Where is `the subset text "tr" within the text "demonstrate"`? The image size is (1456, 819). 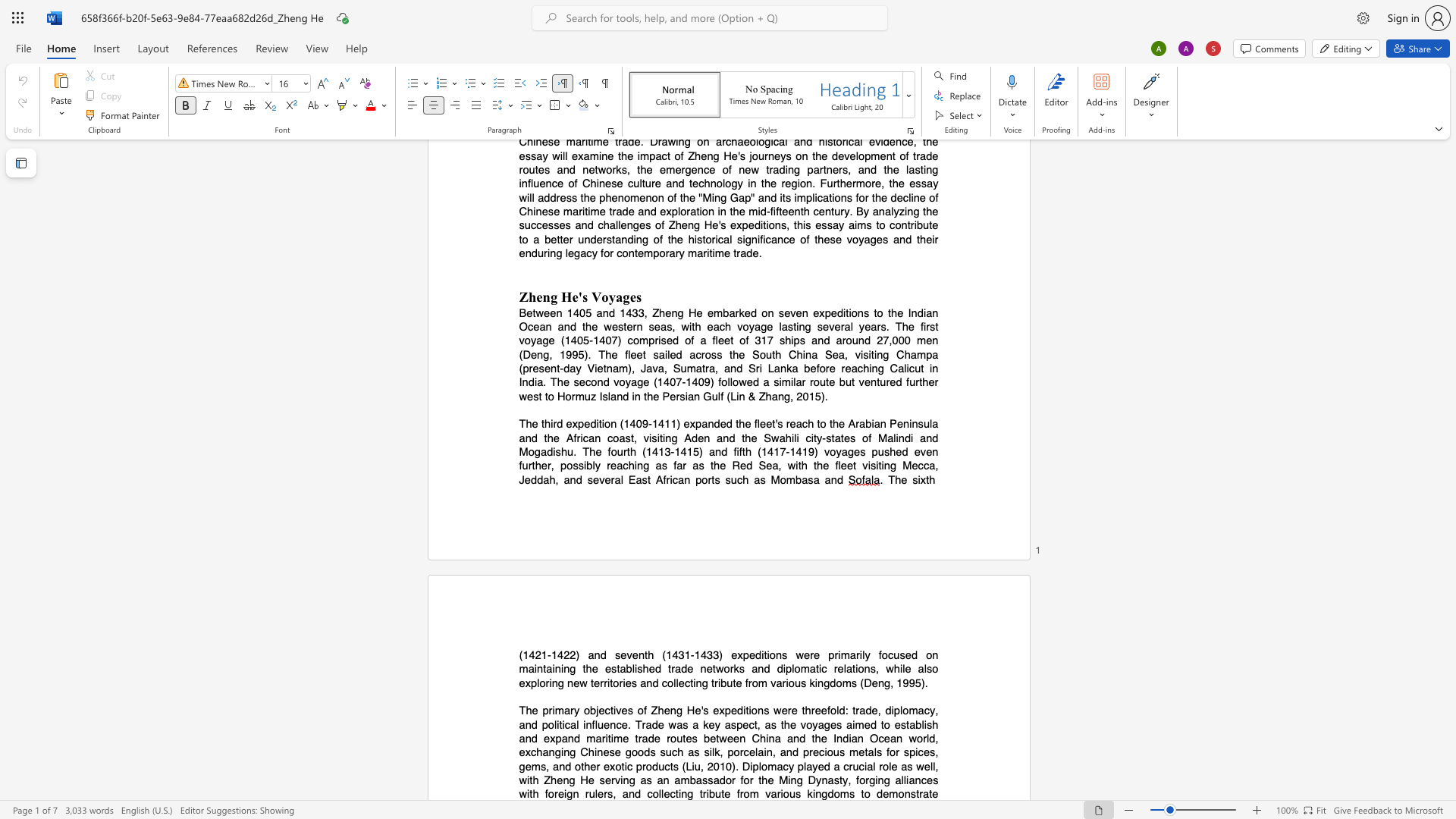
the subset text "tr" within the text "demonstrate" is located at coordinates (915, 793).